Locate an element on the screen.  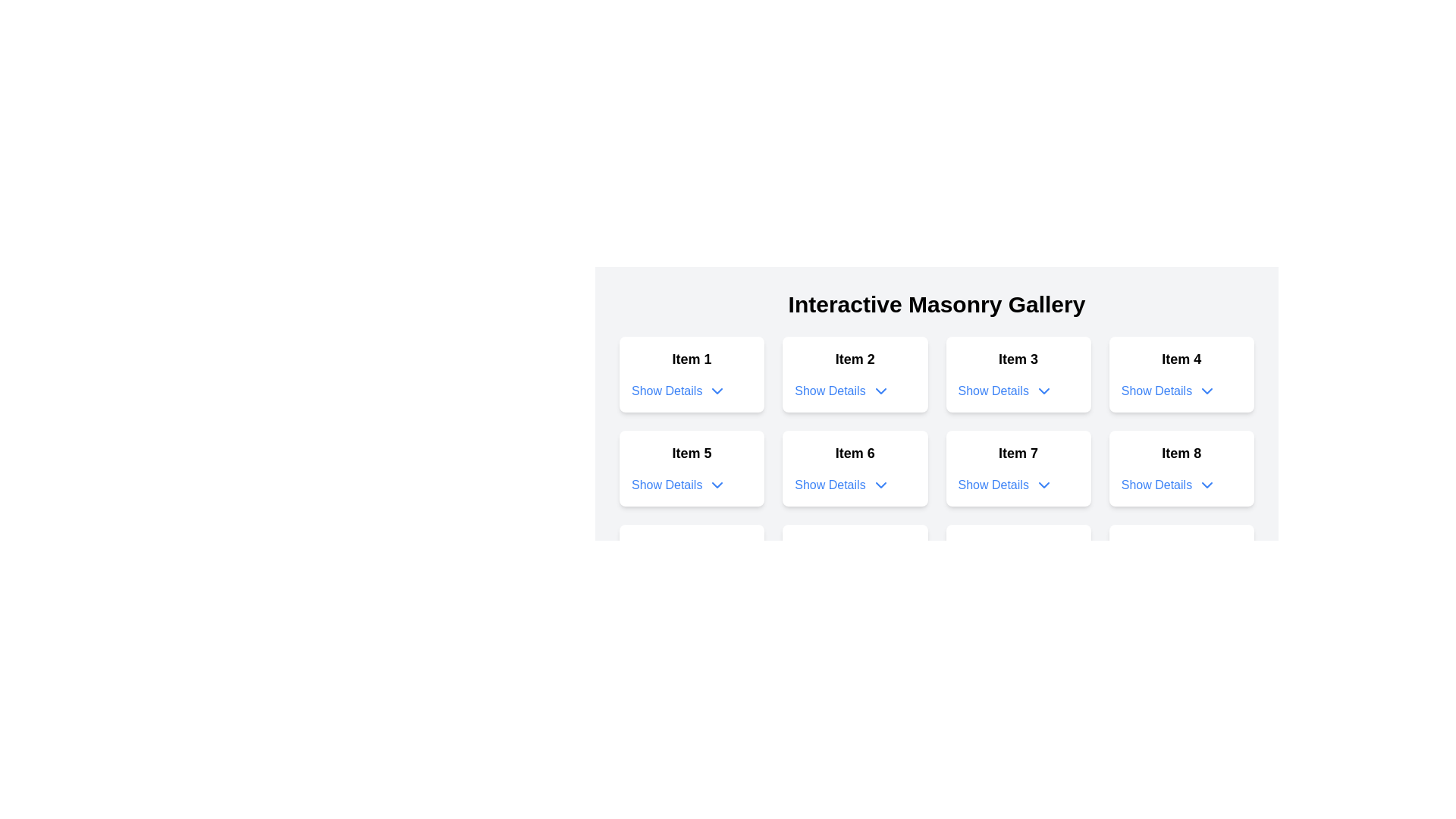
the downward-pointing chevron icon located at the rightmost end of the 'Show Details' label, which indicates a dropdown or toggle action is located at coordinates (1043, 485).